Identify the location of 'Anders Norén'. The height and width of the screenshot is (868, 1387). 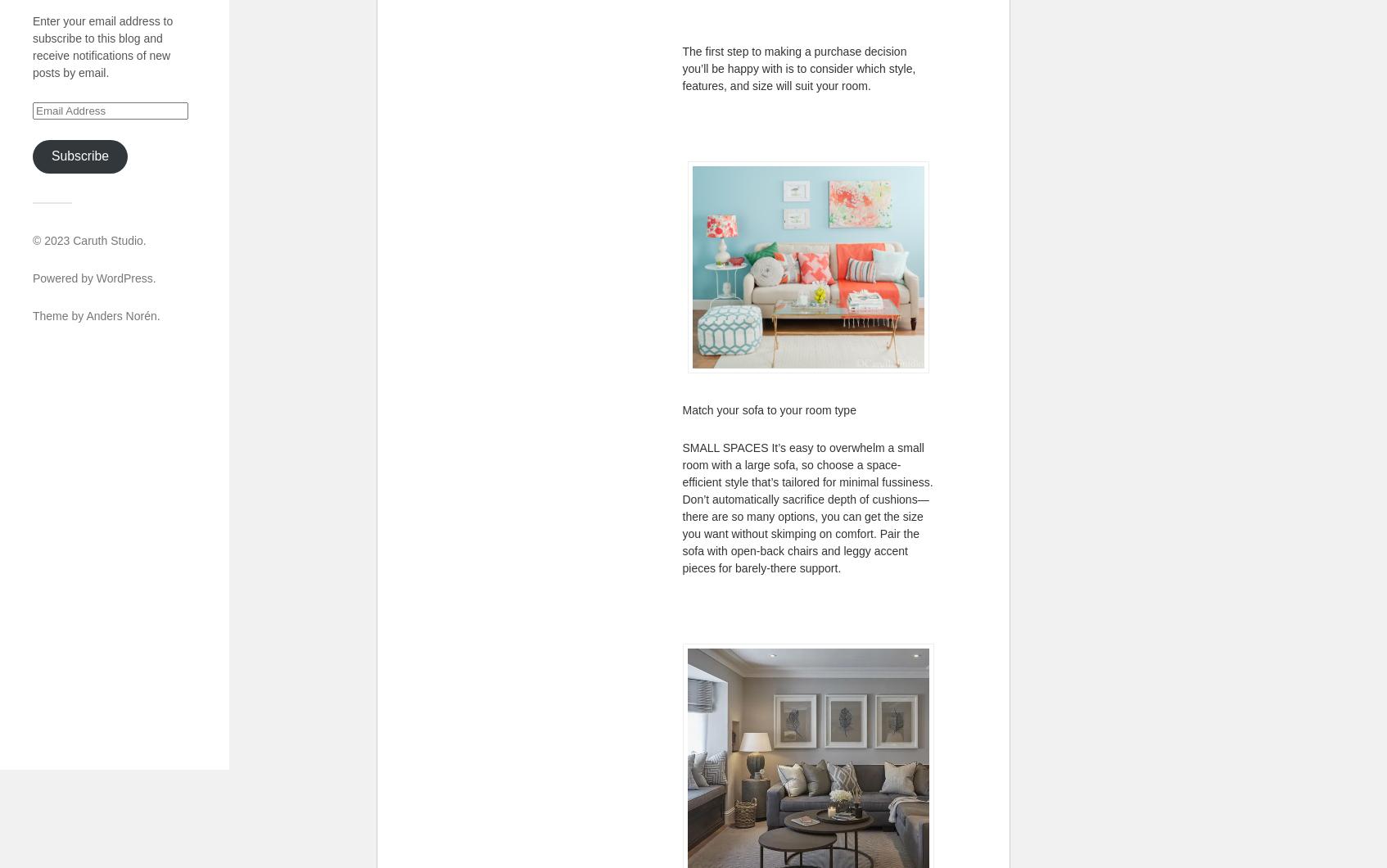
(120, 314).